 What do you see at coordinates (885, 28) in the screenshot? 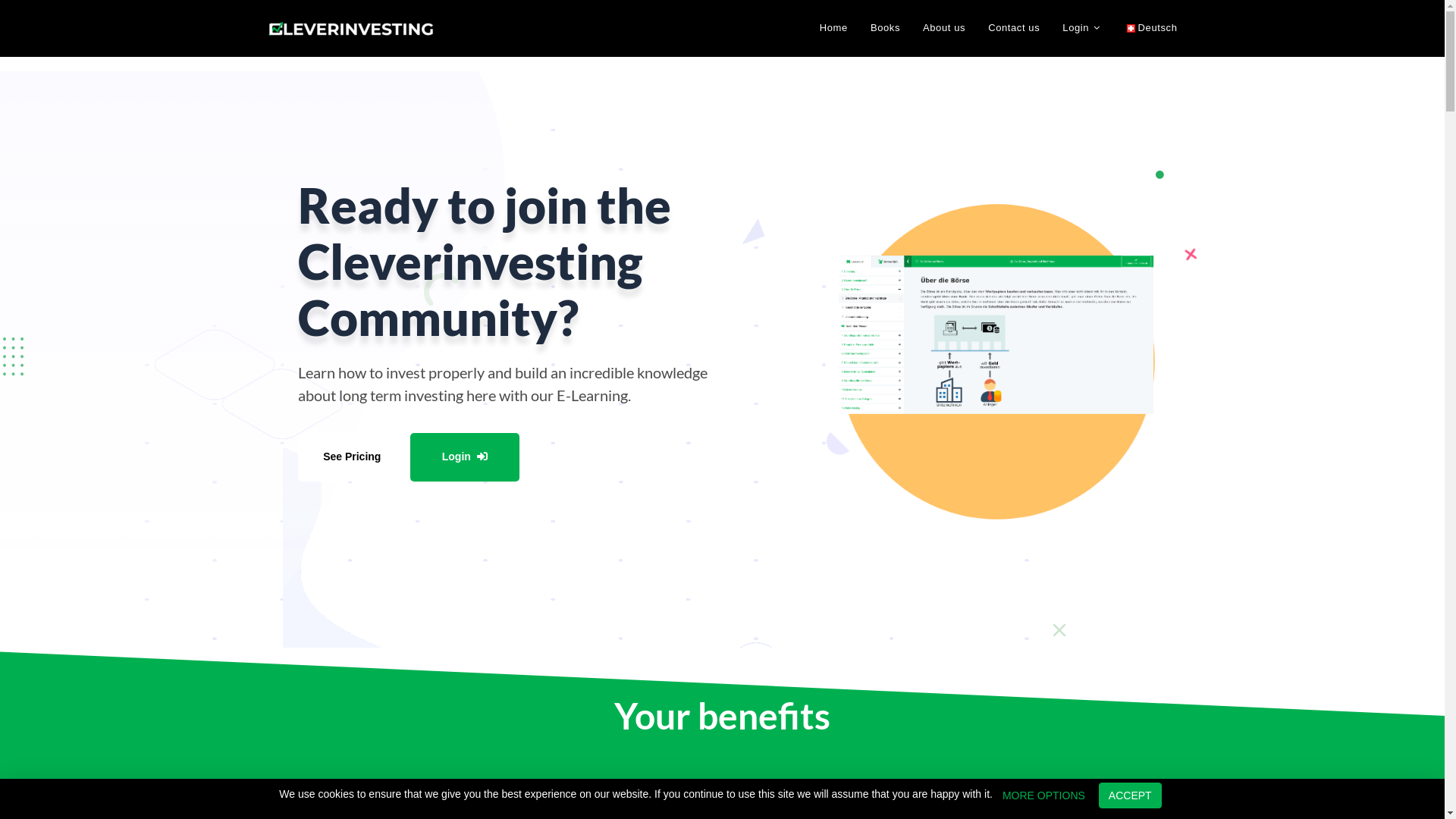
I see `'Books'` at bounding box center [885, 28].